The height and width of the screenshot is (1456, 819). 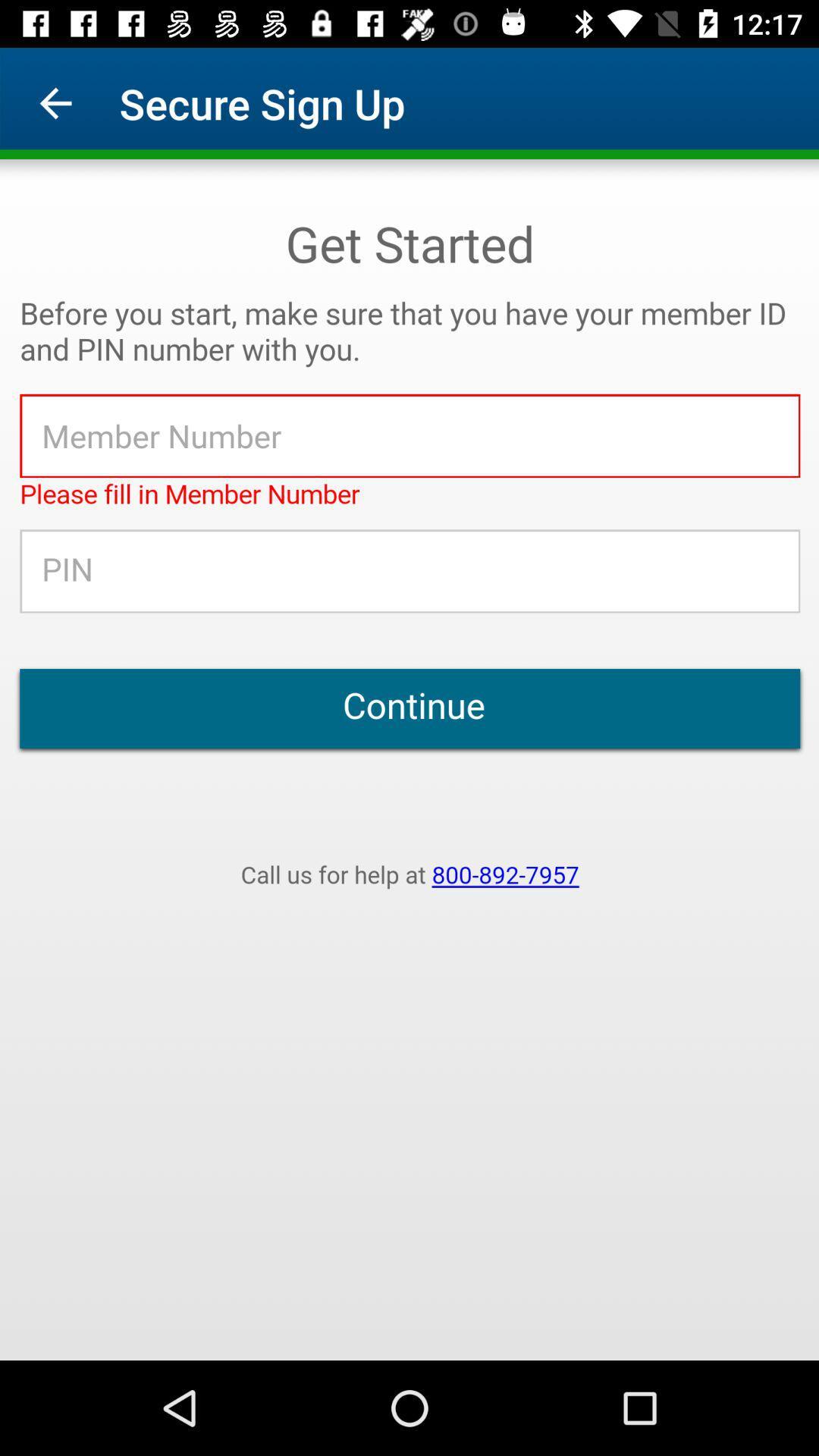 I want to click on item next to the secure sign up icon, so click(x=55, y=102).